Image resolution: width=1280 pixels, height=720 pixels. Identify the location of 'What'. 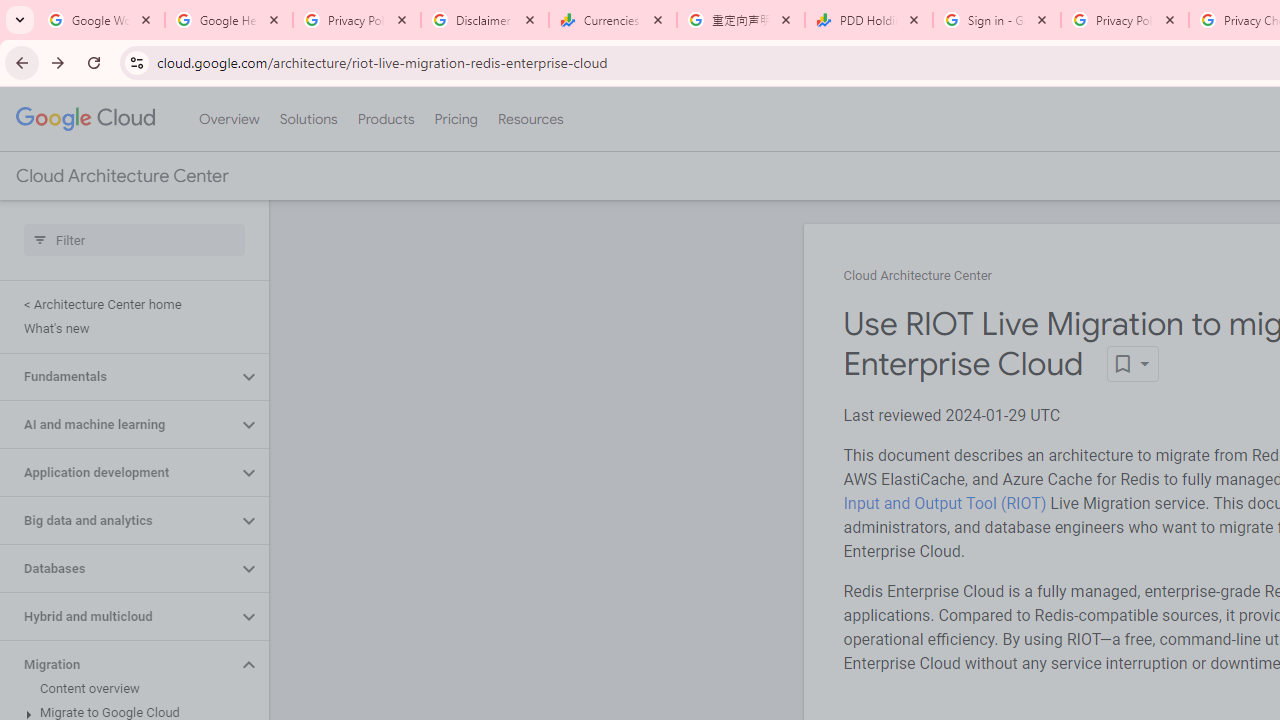
(129, 328).